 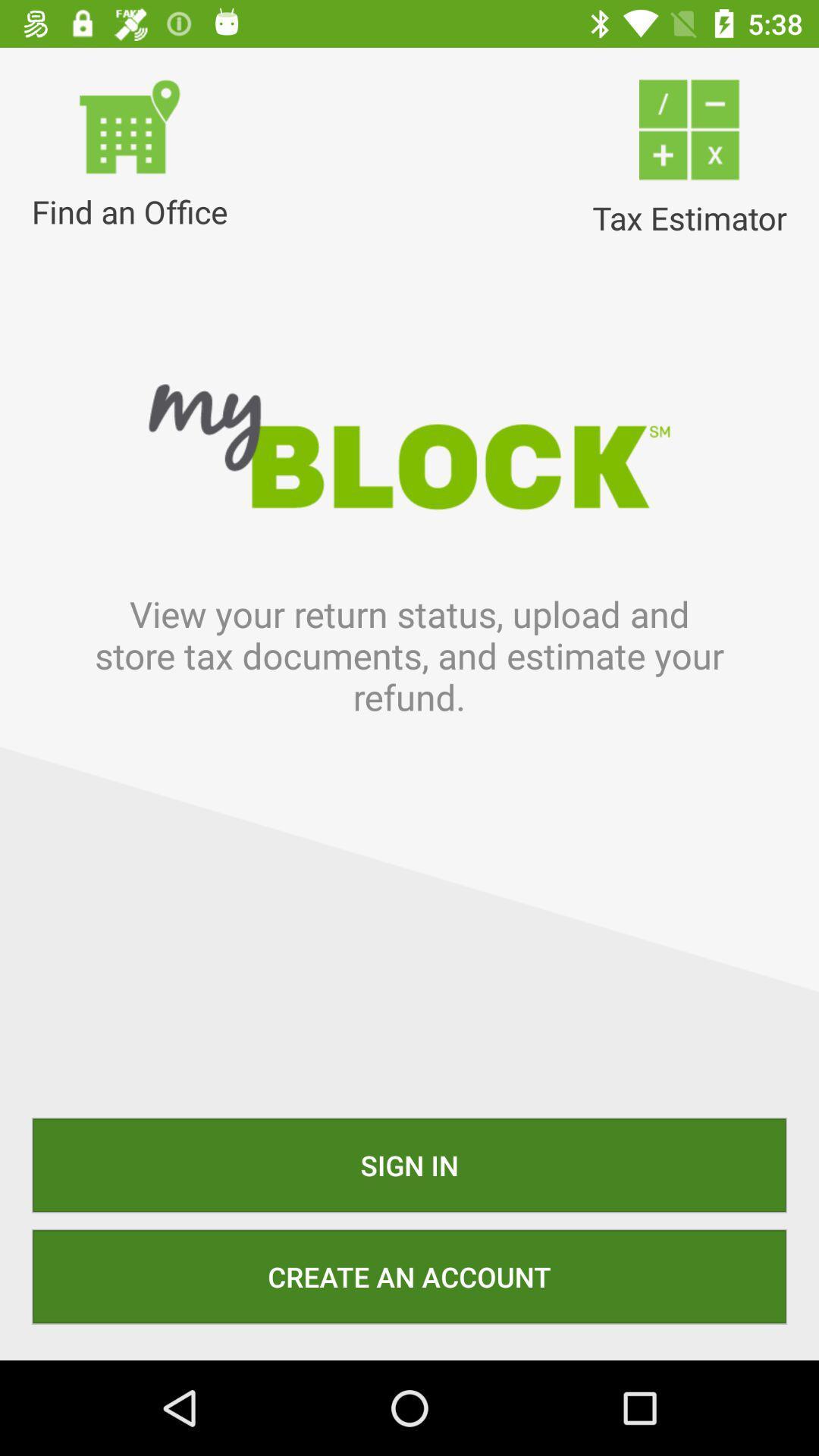 I want to click on create an account, so click(x=409, y=1276).